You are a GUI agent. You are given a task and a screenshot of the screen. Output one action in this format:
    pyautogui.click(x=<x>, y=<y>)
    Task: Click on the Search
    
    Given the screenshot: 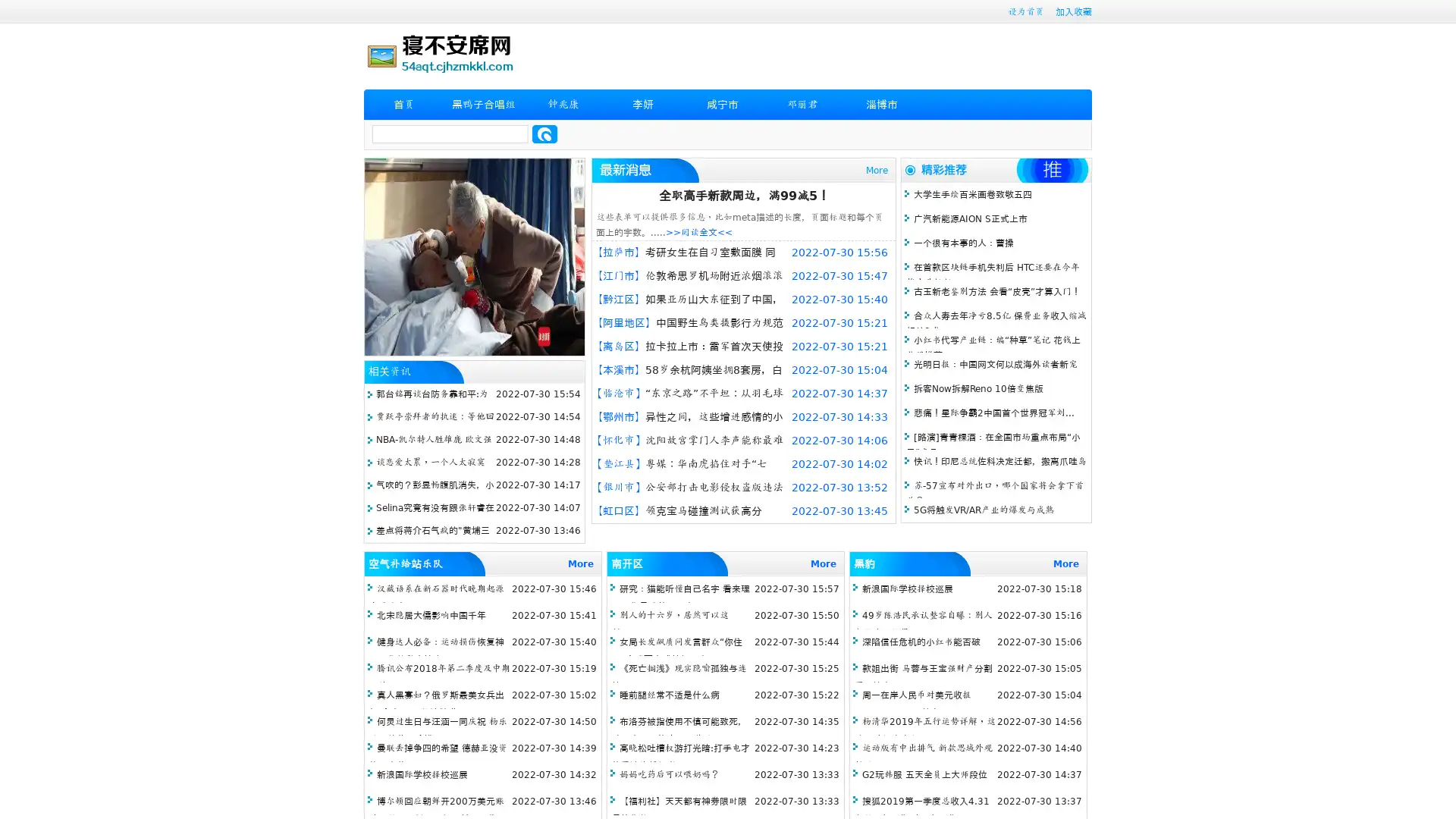 What is the action you would take?
    pyautogui.click(x=544, y=133)
    